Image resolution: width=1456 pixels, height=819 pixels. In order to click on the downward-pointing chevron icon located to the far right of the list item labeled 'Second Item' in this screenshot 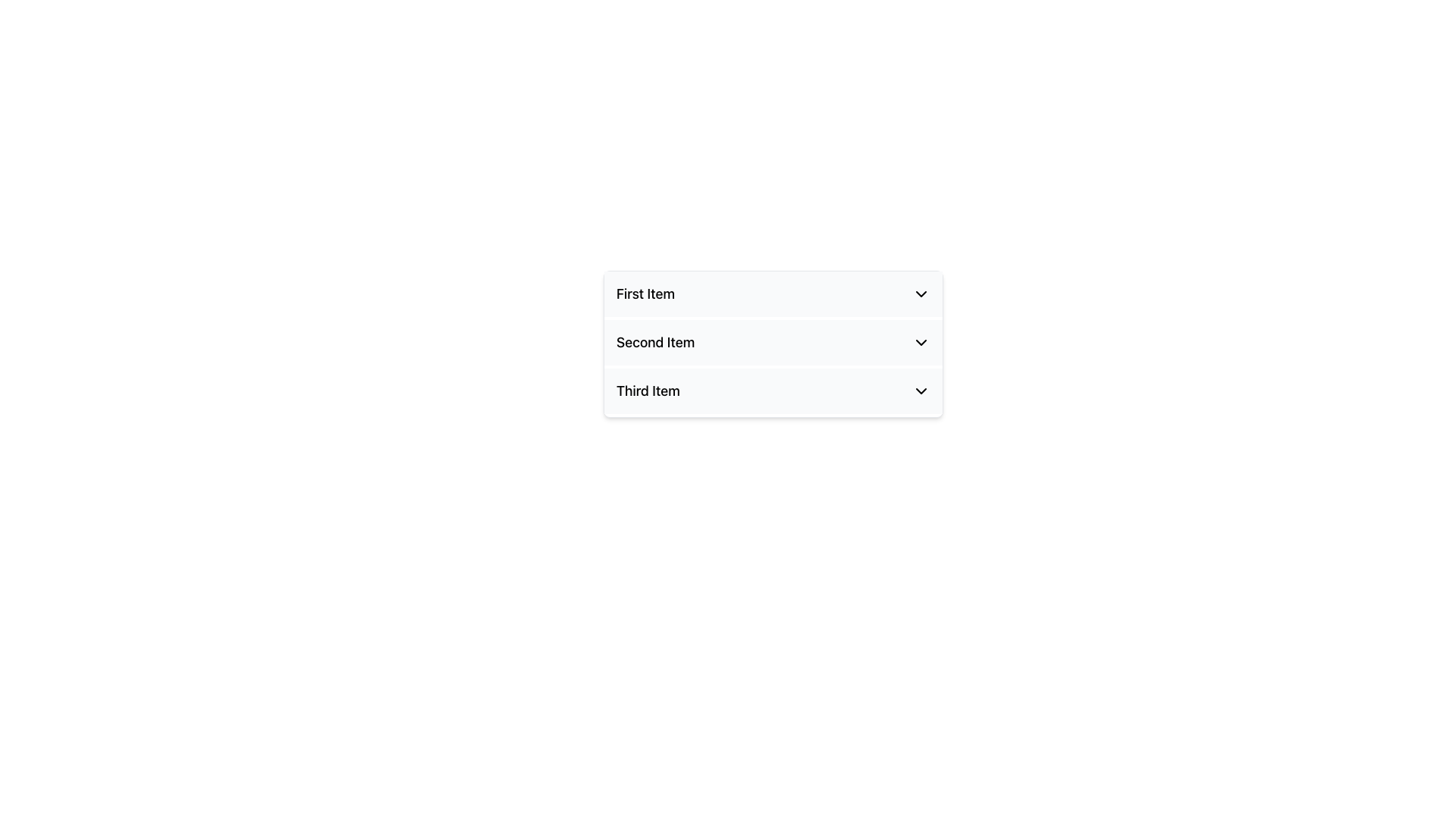, I will do `click(920, 342)`.